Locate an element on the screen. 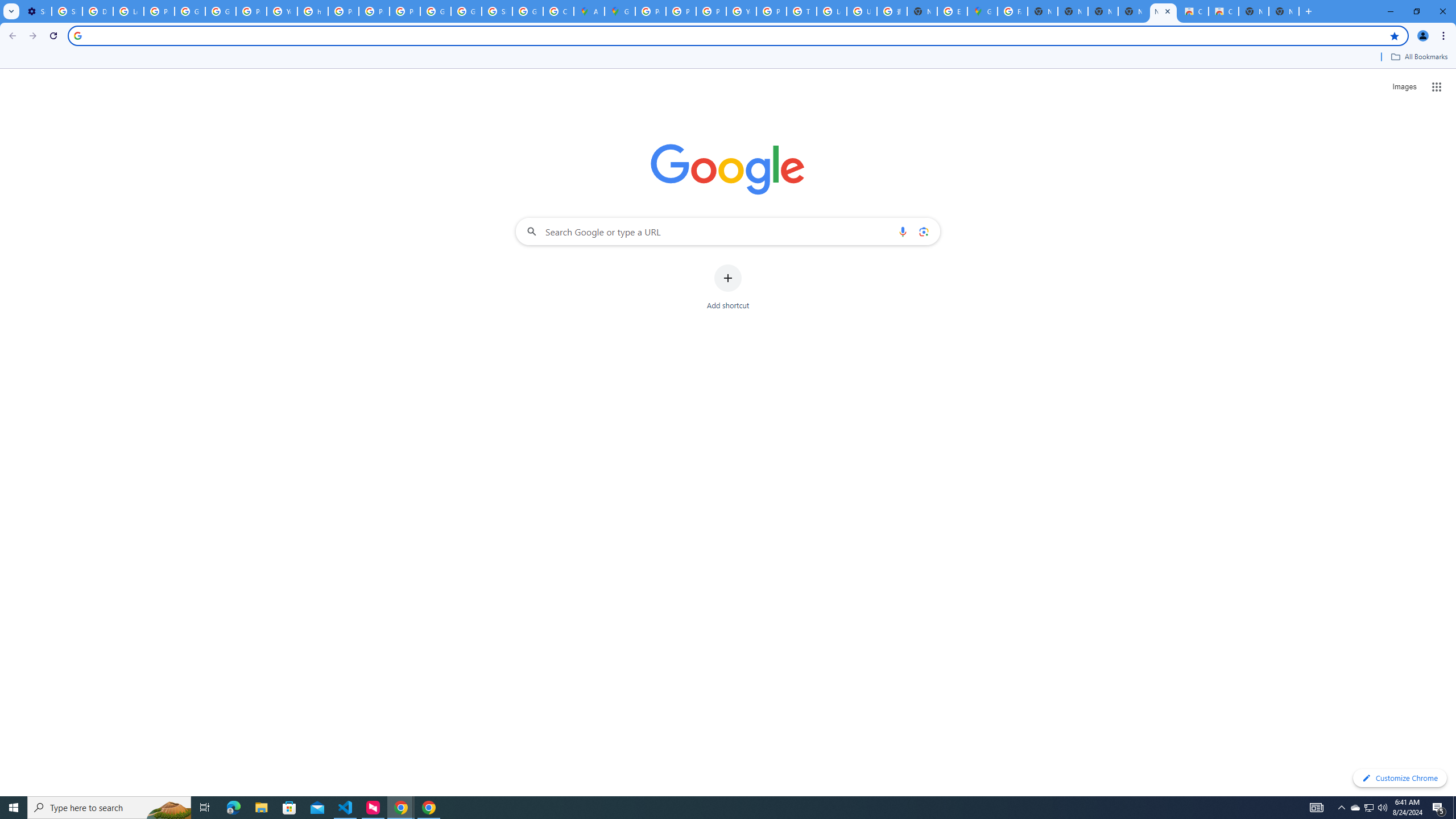 The width and height of the screenshot is (1456, 819). 'Privacy Help Center - Policies Help' is located at coordinates (711, 11).